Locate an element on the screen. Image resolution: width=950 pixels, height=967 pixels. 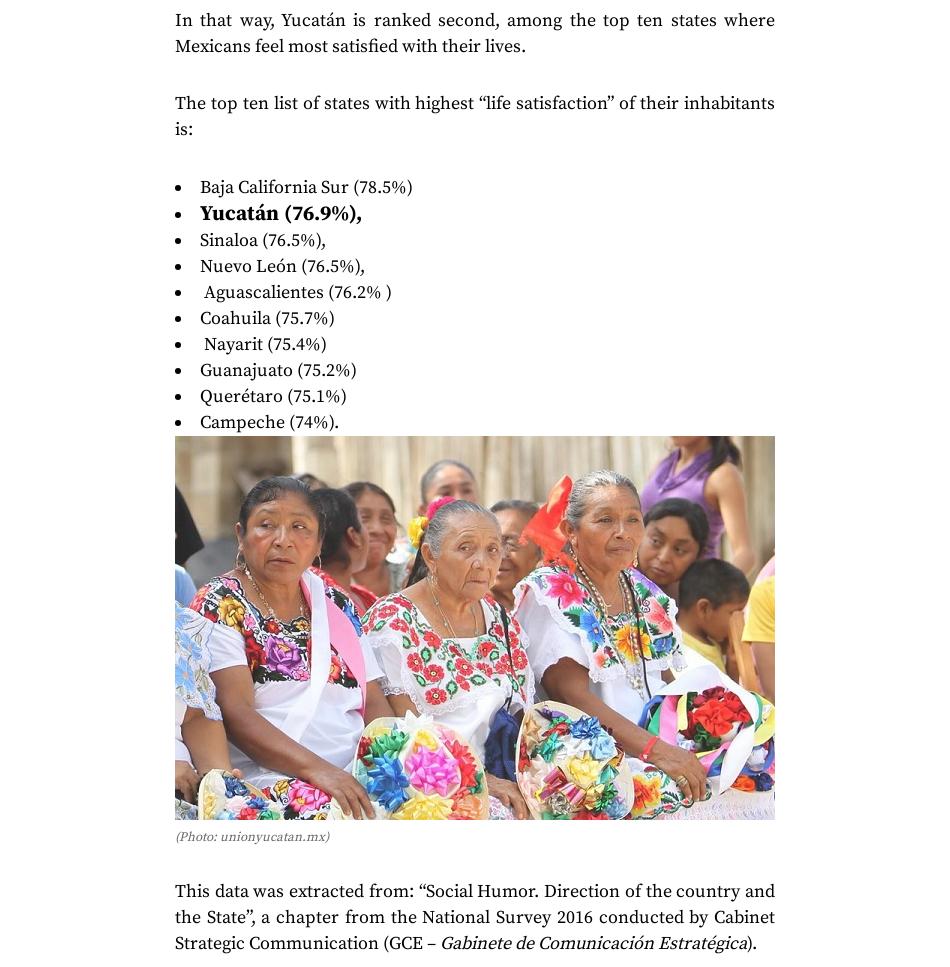
'Campeche (74%).' is located at coordinates (268, 420).